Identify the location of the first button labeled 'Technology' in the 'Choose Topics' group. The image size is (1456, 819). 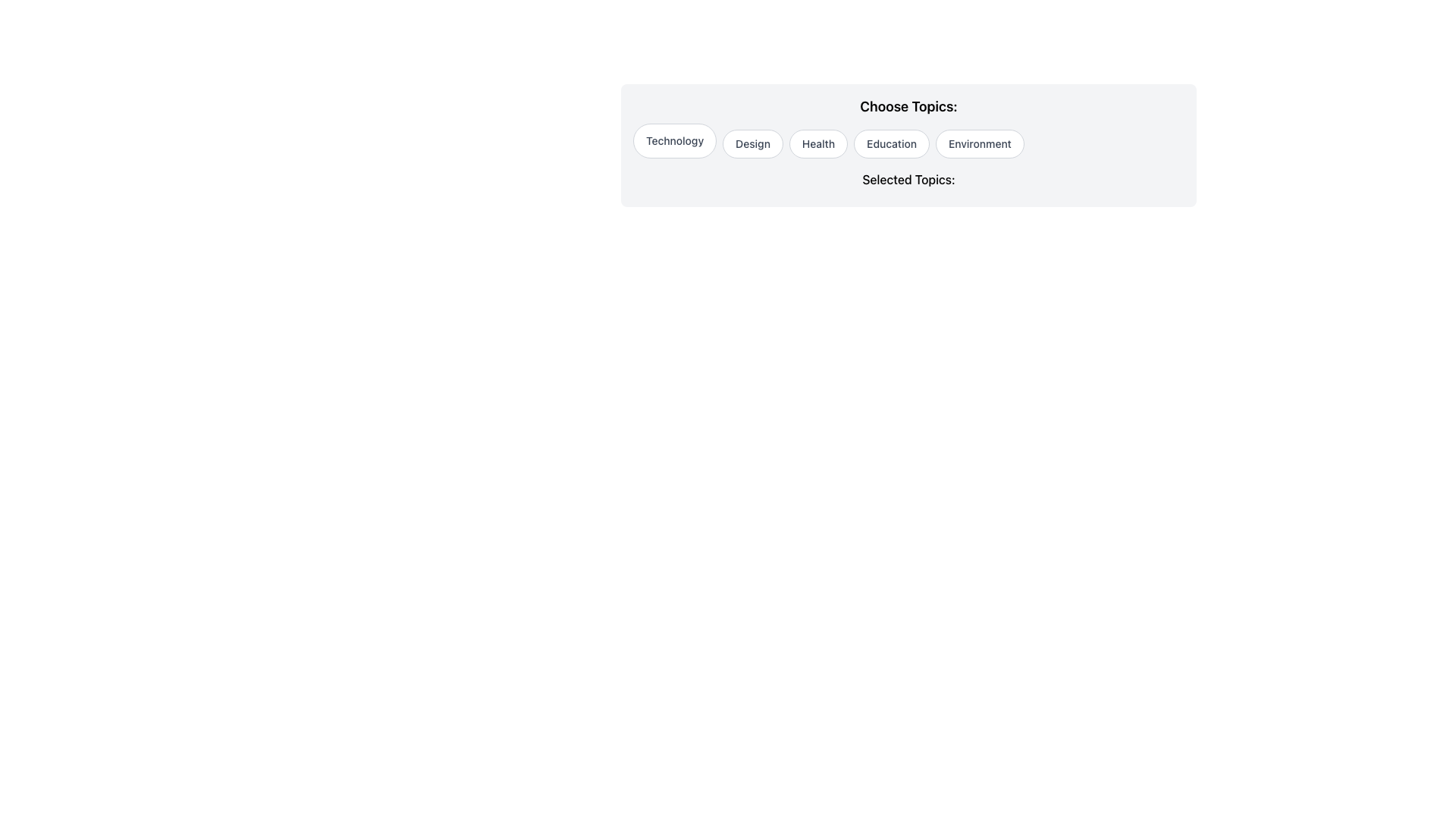
(674, 140).